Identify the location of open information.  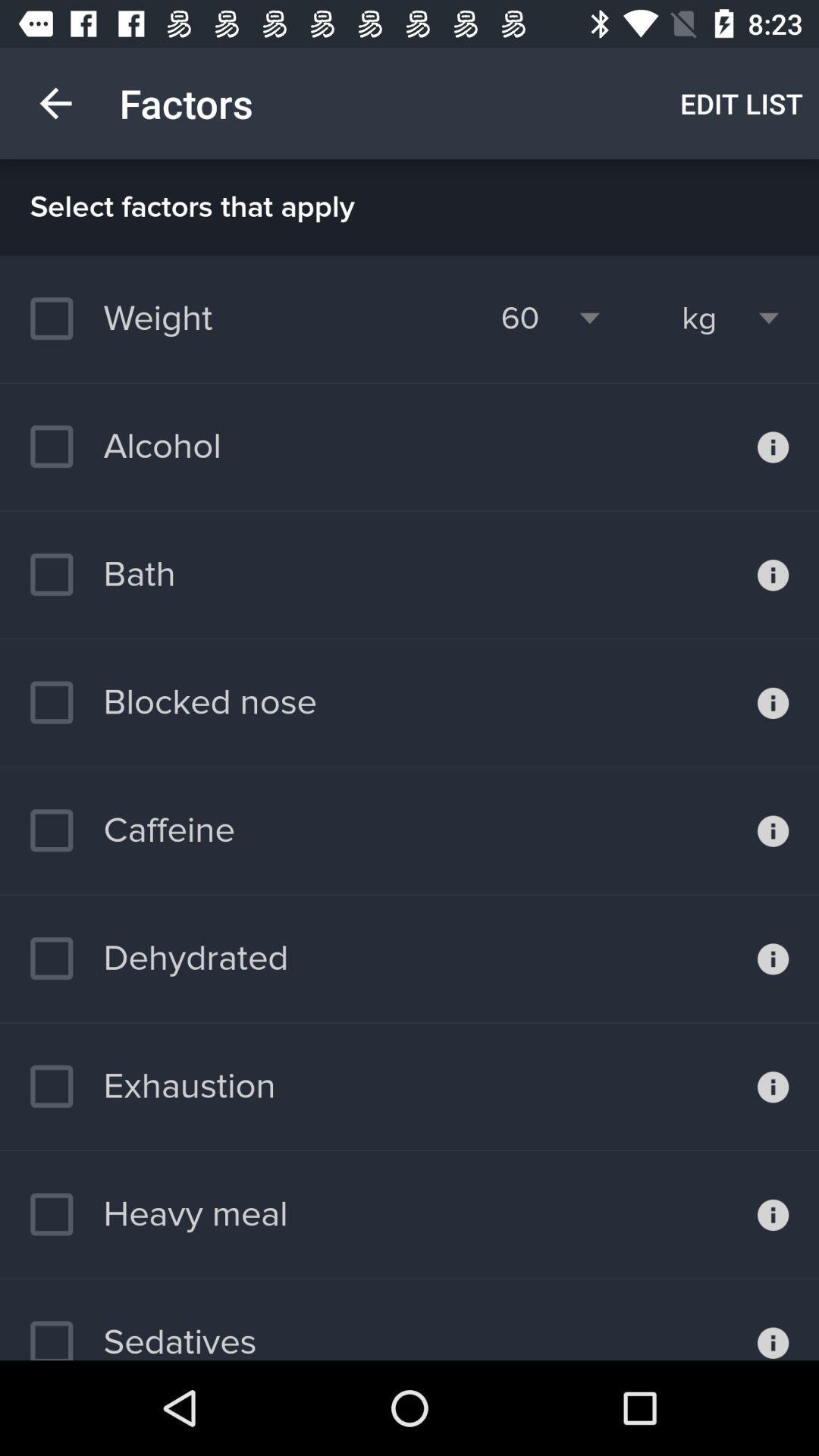
(773, 830).